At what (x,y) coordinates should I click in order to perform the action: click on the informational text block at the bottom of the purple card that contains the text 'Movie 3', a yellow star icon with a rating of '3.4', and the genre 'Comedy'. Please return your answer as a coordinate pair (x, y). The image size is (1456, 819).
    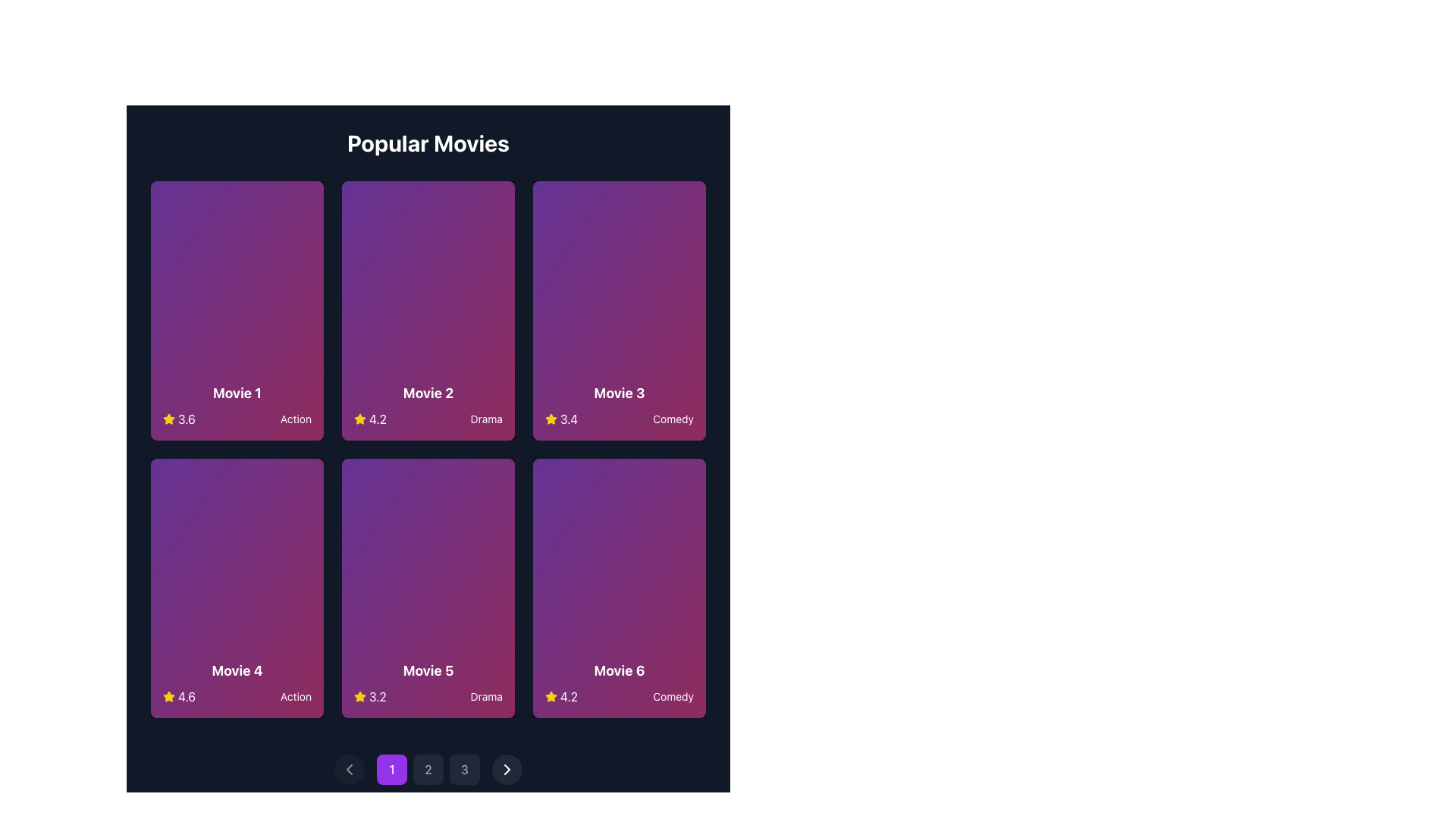
    Looking at the image, I should click on (619, 405).